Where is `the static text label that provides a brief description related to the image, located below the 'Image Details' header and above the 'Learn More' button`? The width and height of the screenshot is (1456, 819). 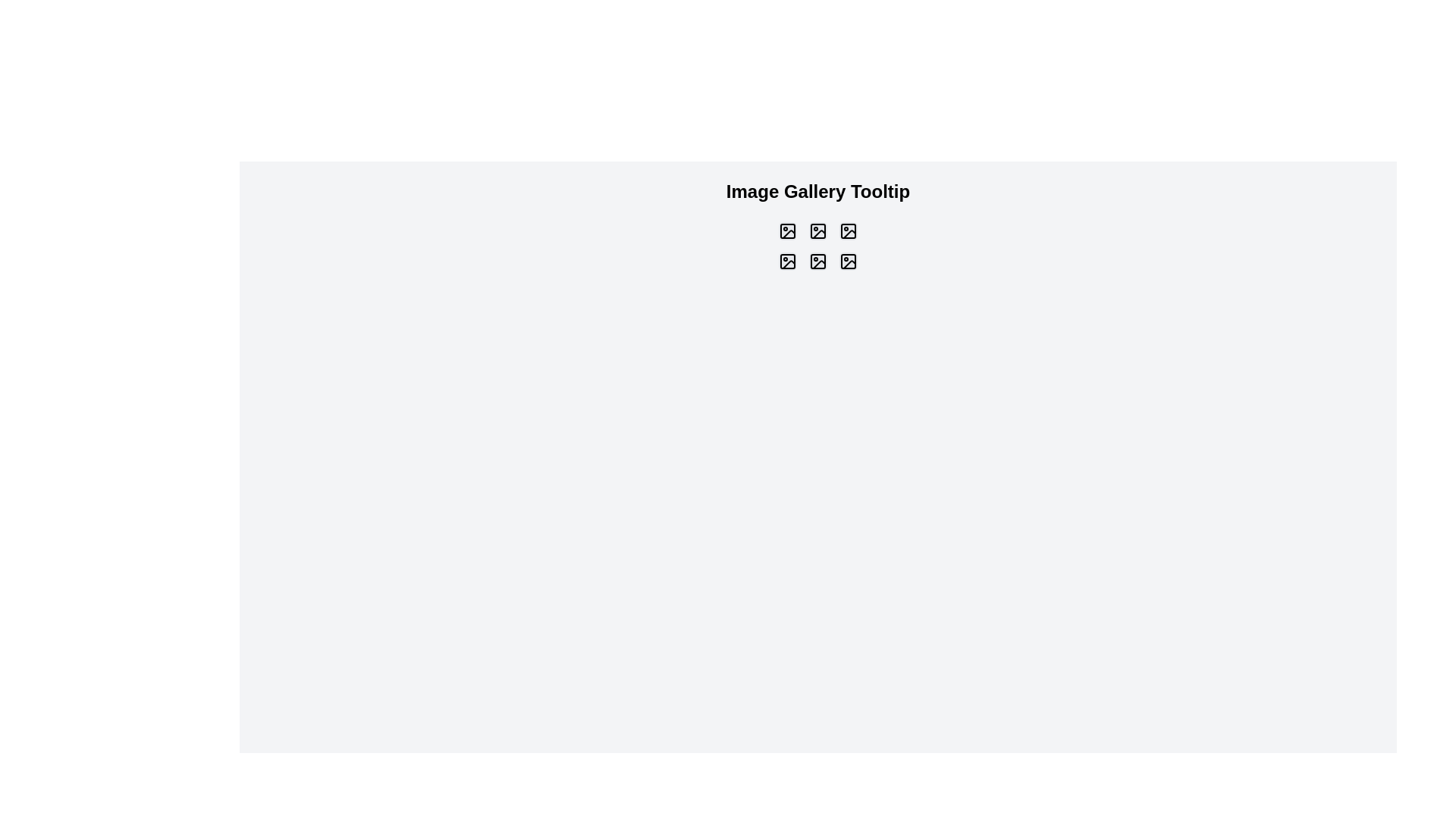 the static text label that provides a brief description related to the image, located below the 'Image Details' header and above the 'Learn More' button is located at coordinates (817, 254).